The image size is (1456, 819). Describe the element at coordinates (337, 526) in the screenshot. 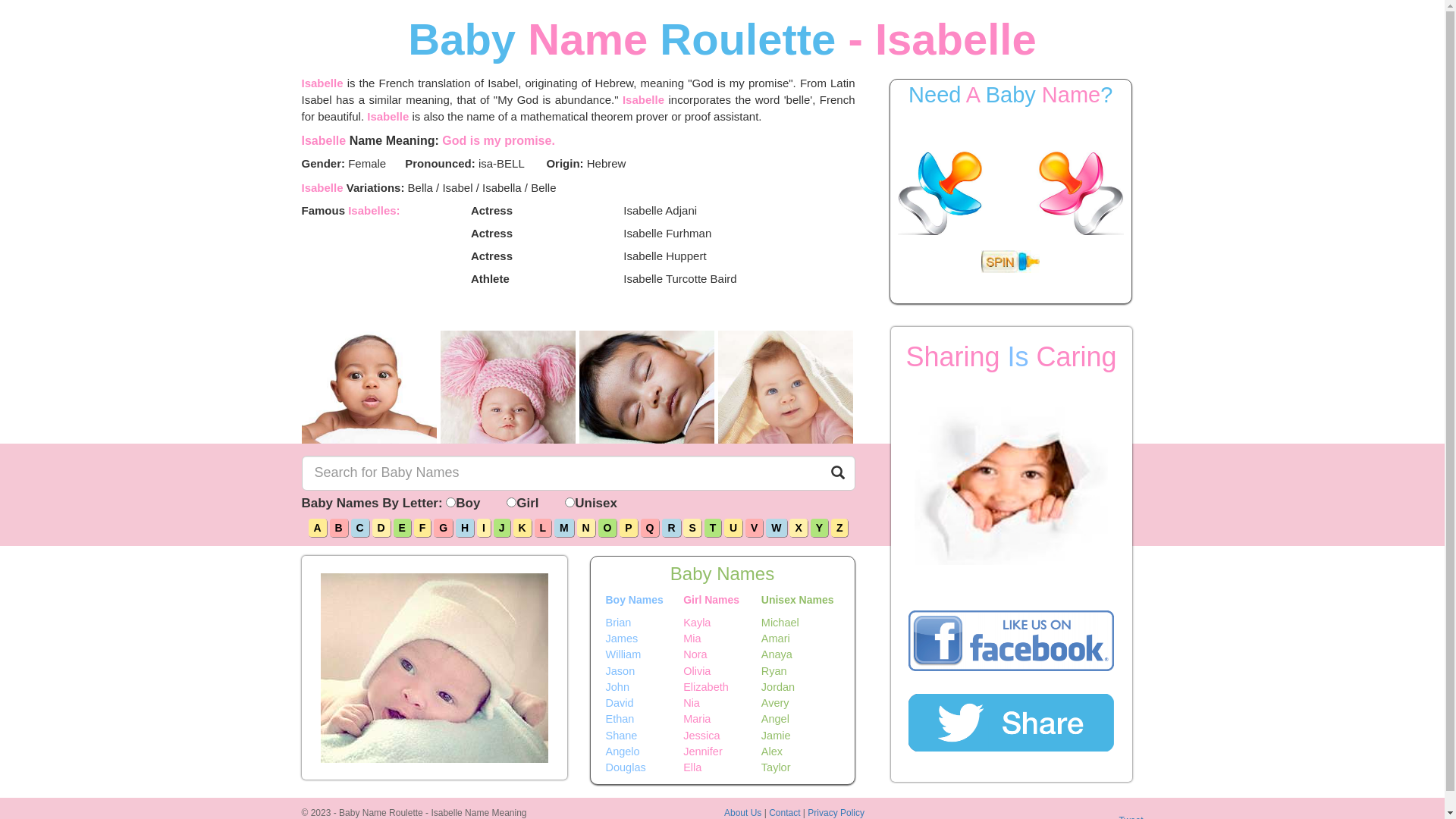

I see `'B'` at that location.